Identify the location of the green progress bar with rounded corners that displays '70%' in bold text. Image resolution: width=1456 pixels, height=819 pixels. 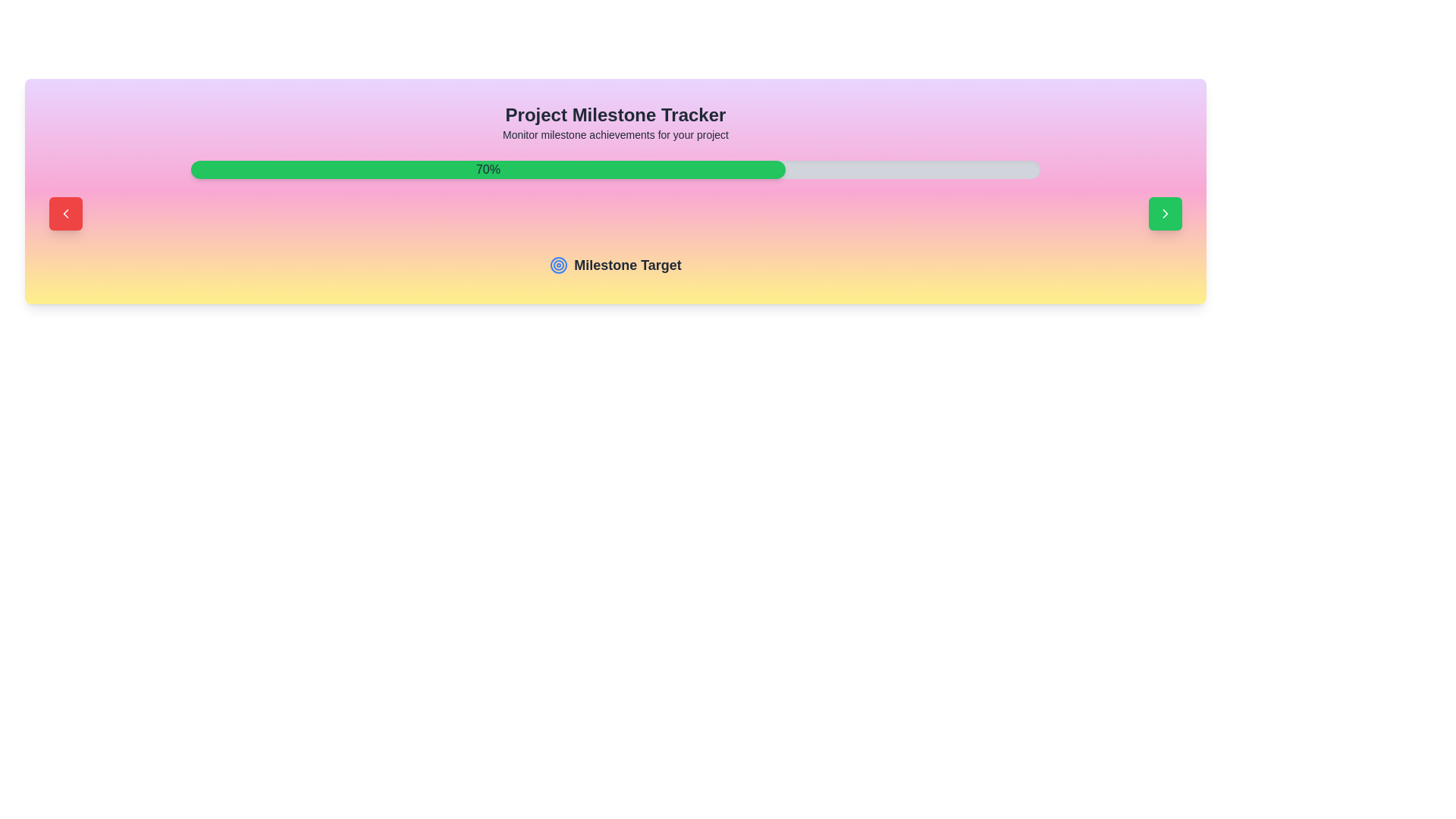
(488, 169).